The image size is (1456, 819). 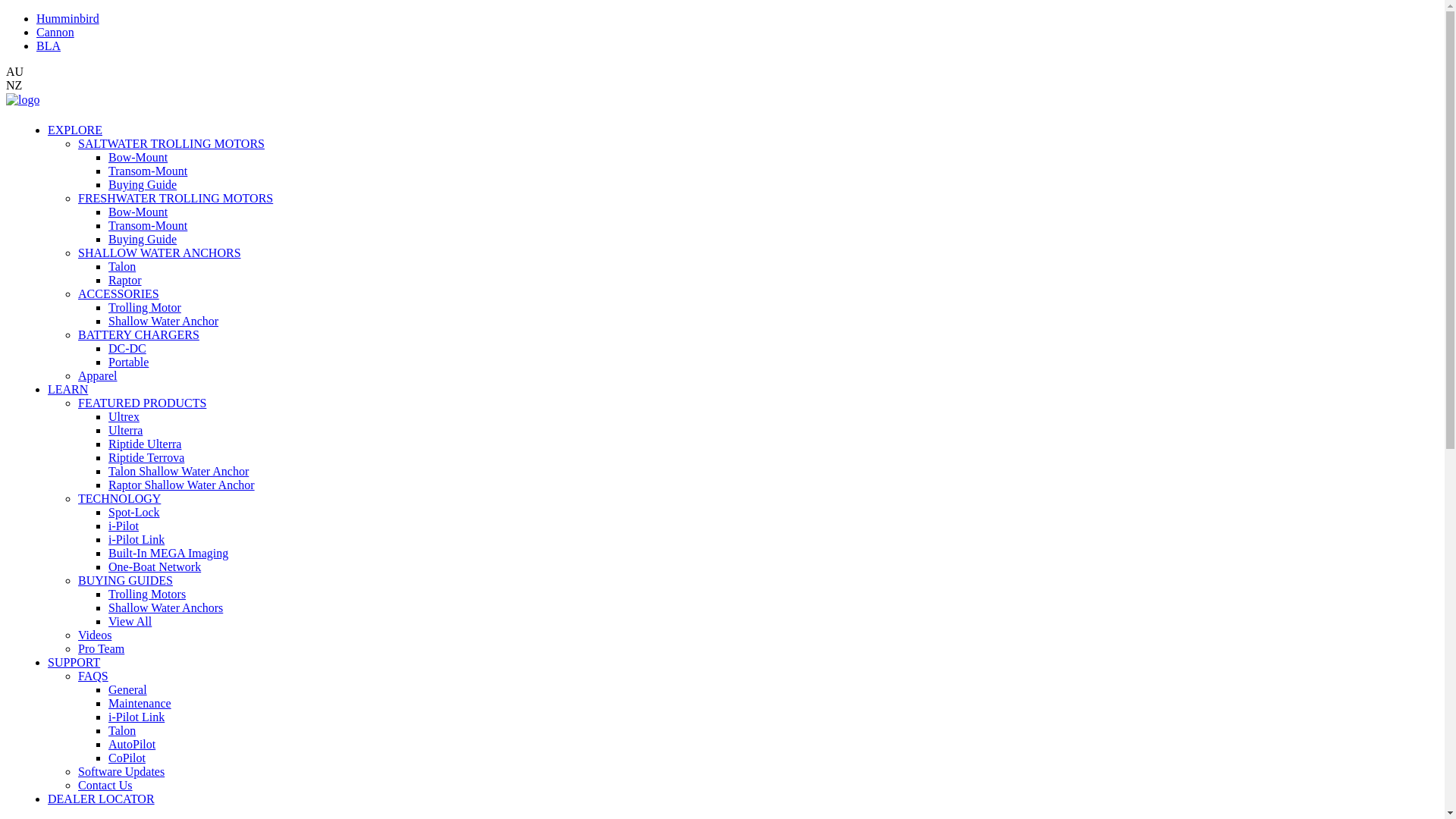 What do you see at coordinates (77, 197) in the screenshot?
I see `'FRESHWATER TROLLING MOTORS'` at bounding box center [77, 197].